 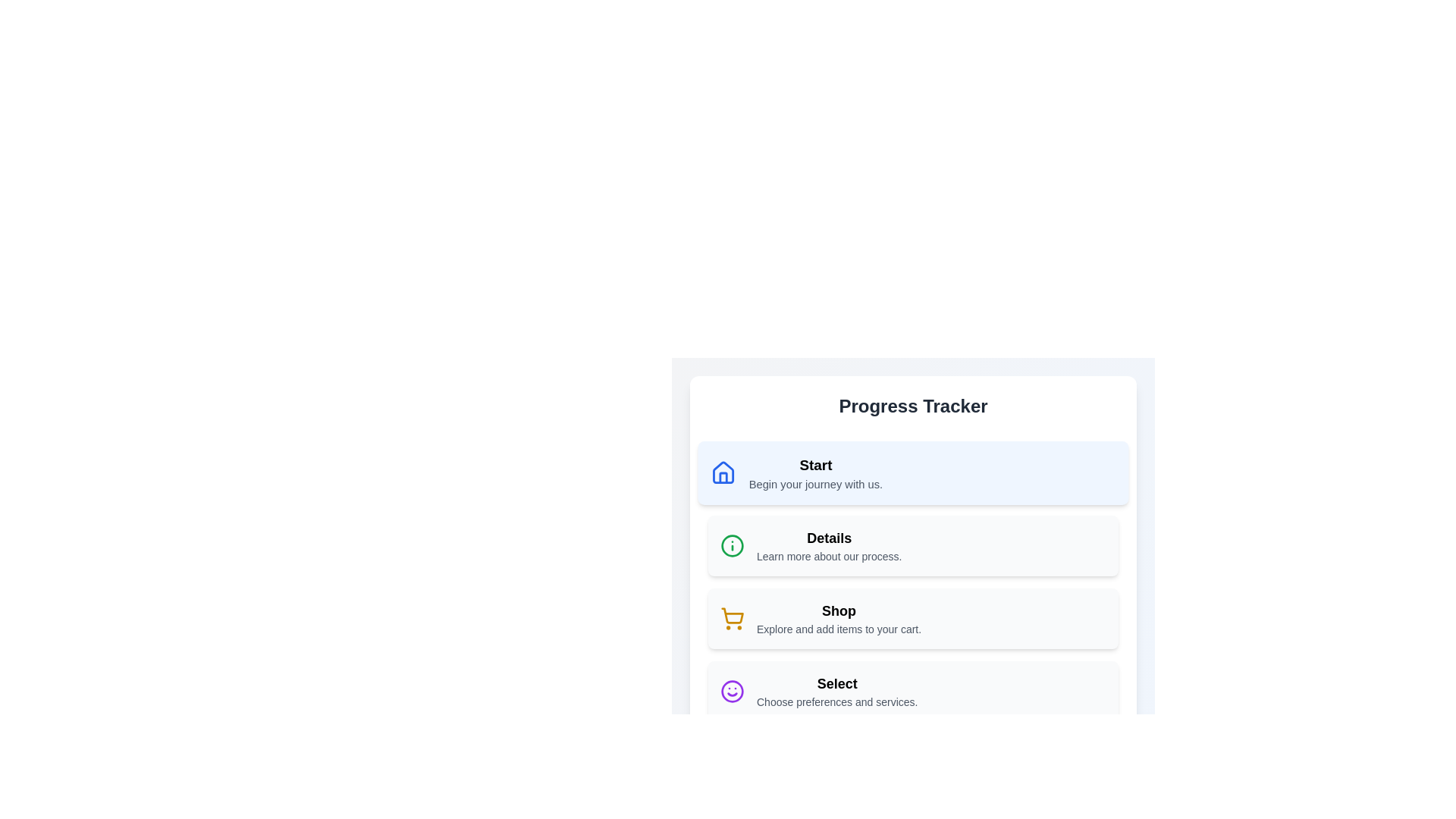 What do you see at coordinates (733, 616) in the screenshot?
I see `the shopping cart icon in the progress tracker, which visually represents the action of exploring and adding items to a cart` at bounding box center [733, 616].